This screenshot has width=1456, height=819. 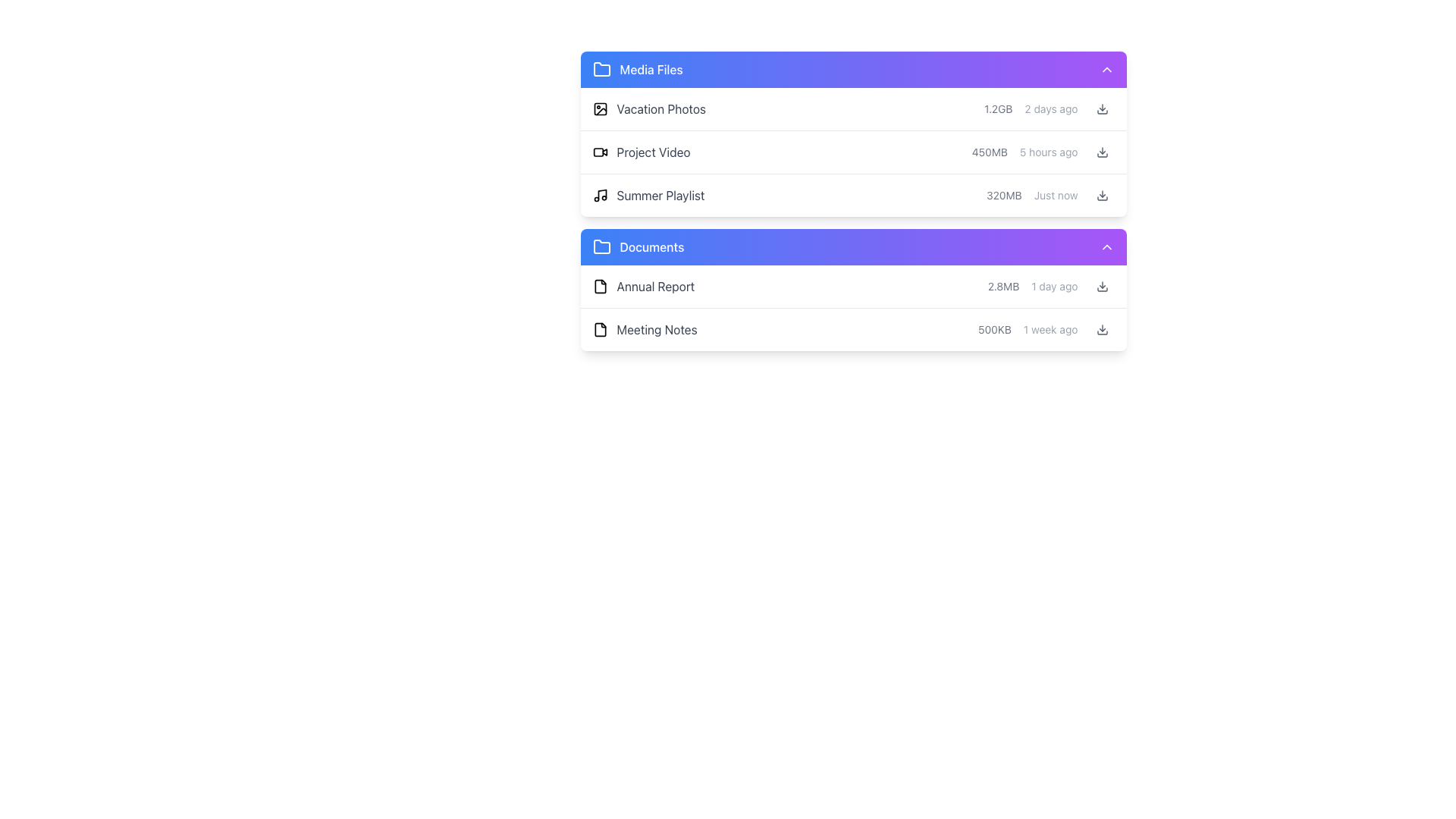 What do you see at coordinates (654, 152) in the screenshot?
I see `the text label identifying the media file named 'Project Video', which is the second item in the 'Media Files' listing, positioned between 'Vacation Photos' and 'Summer Playlist'` at bounding box center [654, 152].